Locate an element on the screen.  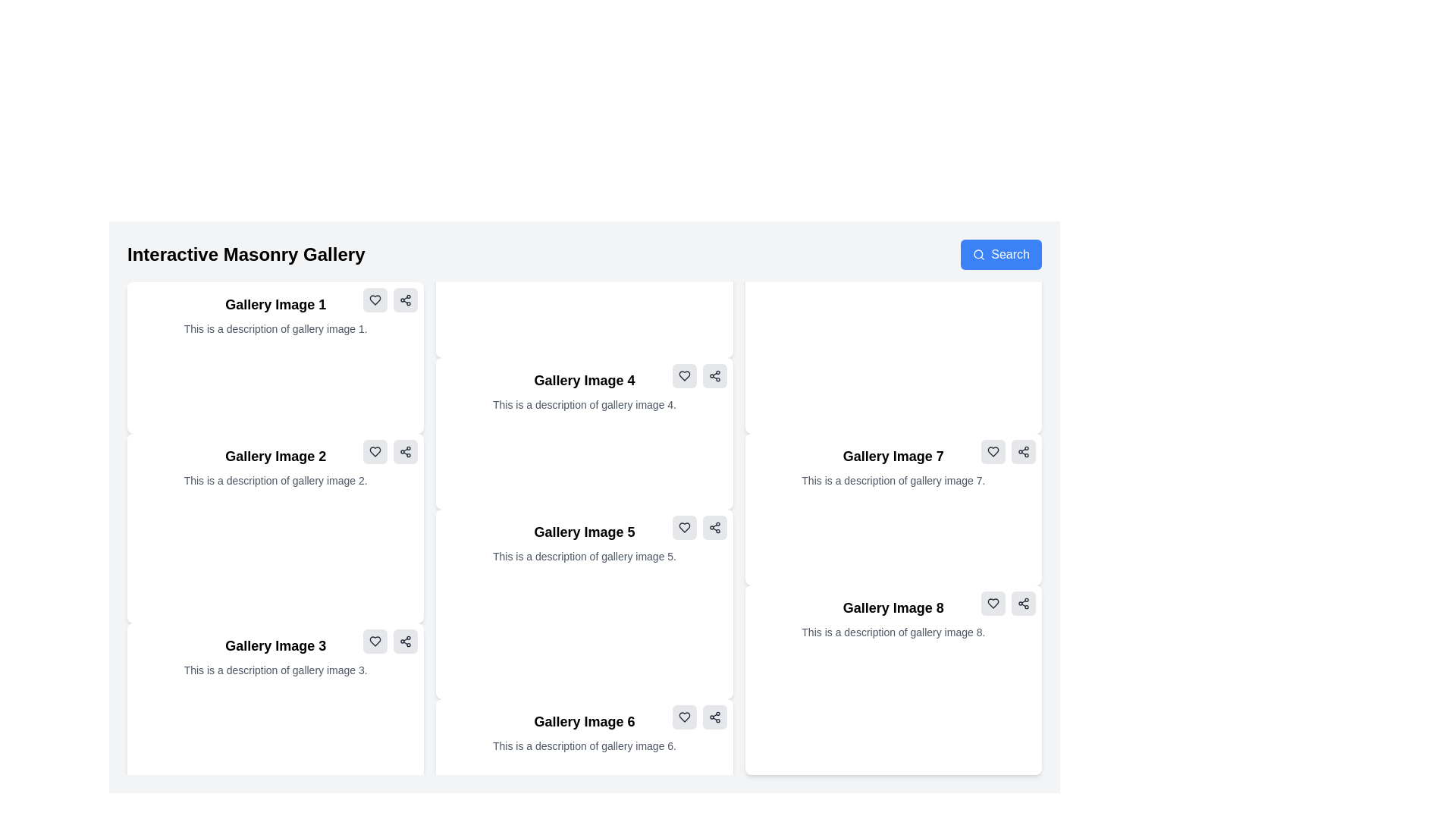
the share icon button located at the bottom right corner of the card for 'Gallery Image 6' to initiate sharing is located at coordinates (714, 717).